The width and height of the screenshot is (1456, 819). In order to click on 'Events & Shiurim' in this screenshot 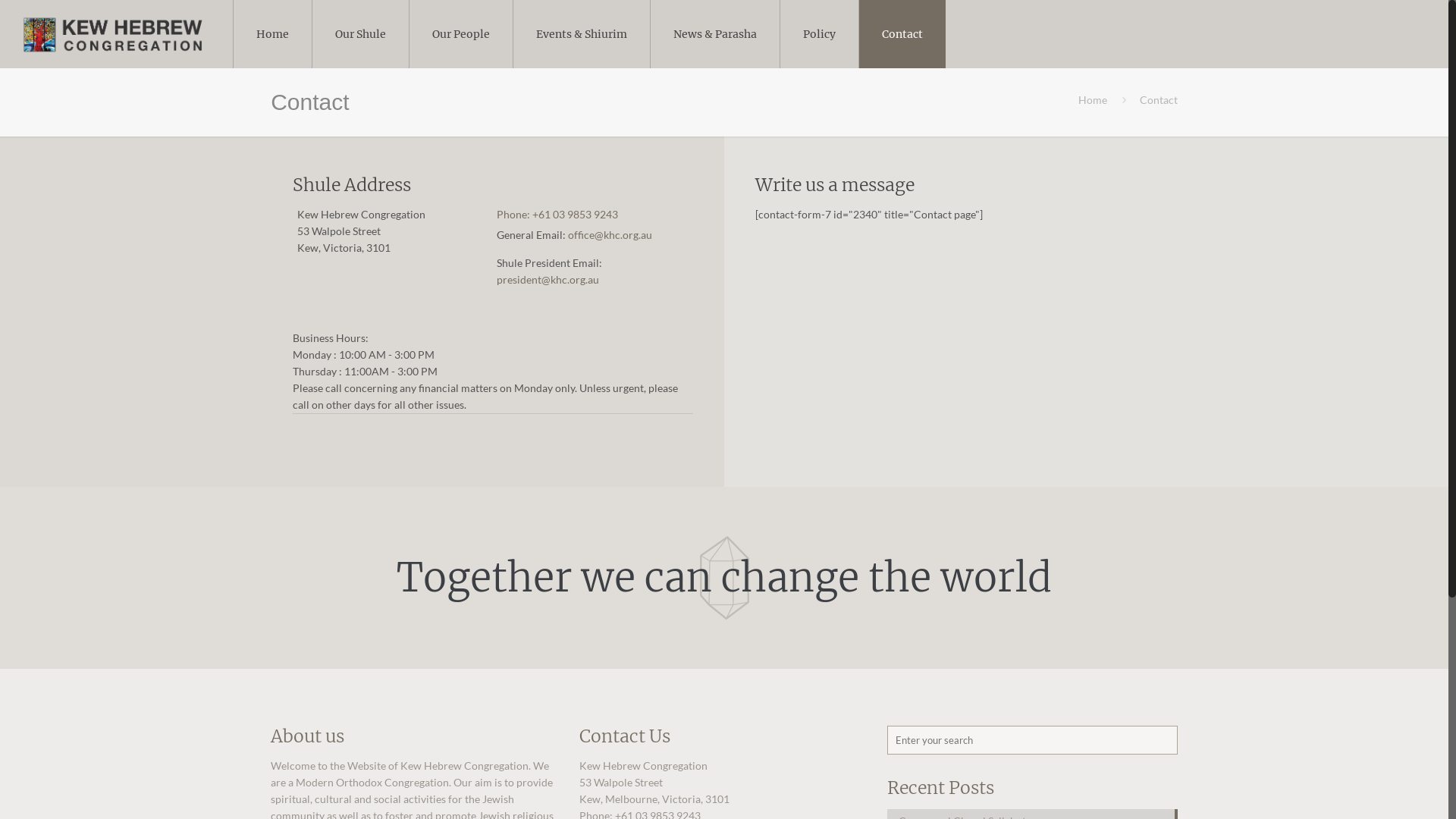, I will do `click(581, 34)`.